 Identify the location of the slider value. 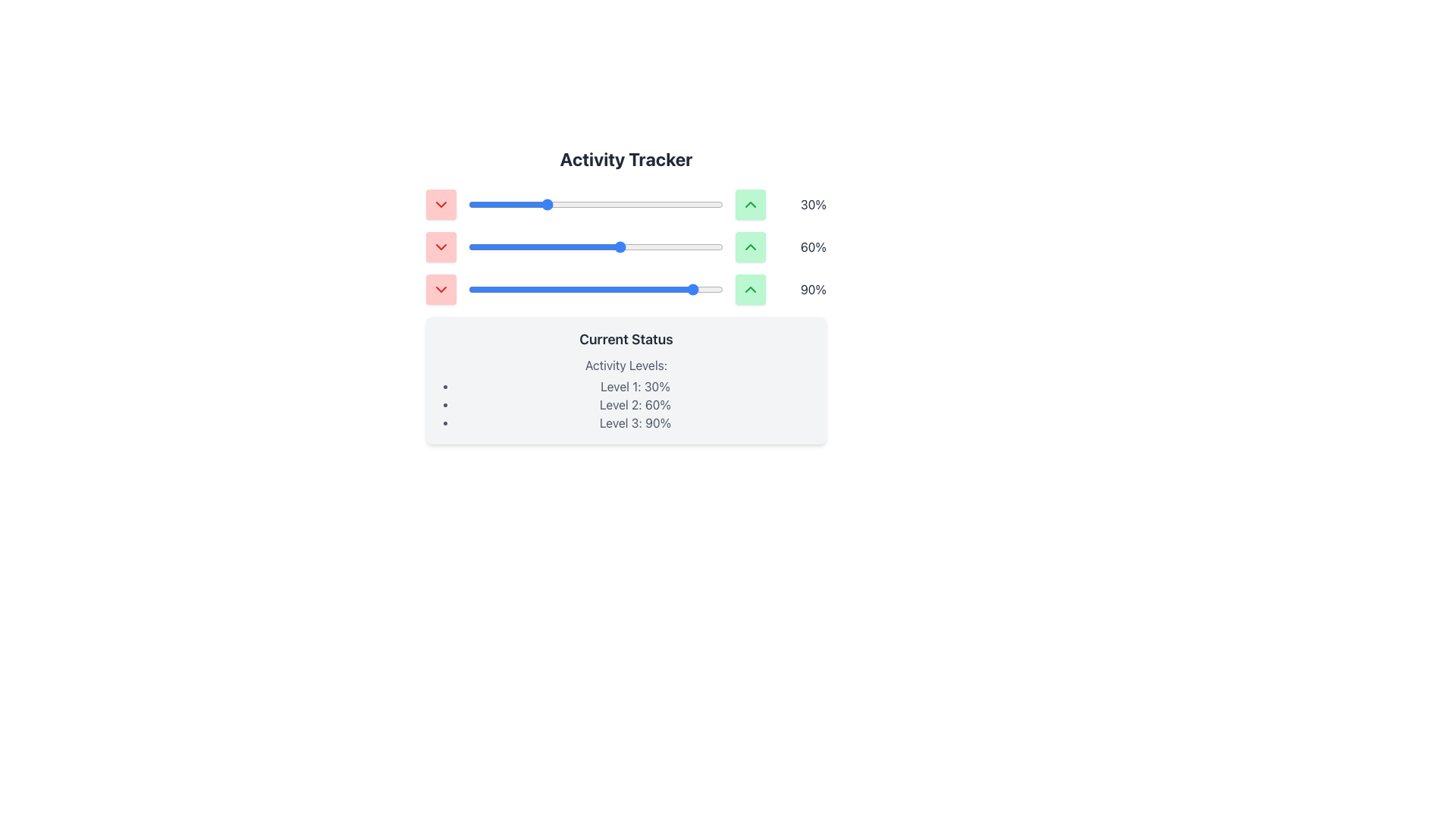
(704, 289).